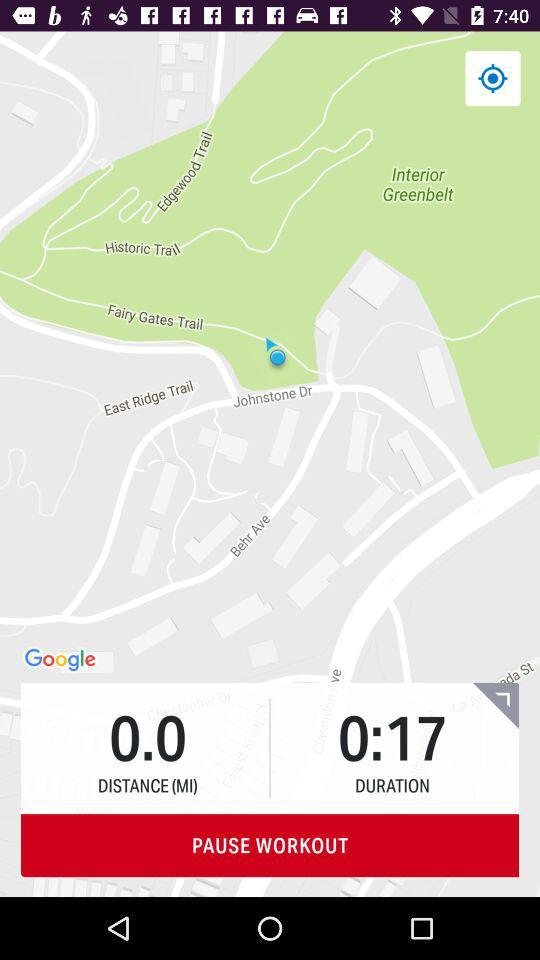 This screenshot has width=540, height=960. Describe the element at coordinates (491, 78) in the screenshot. I see `item at the top right corner` at that location.